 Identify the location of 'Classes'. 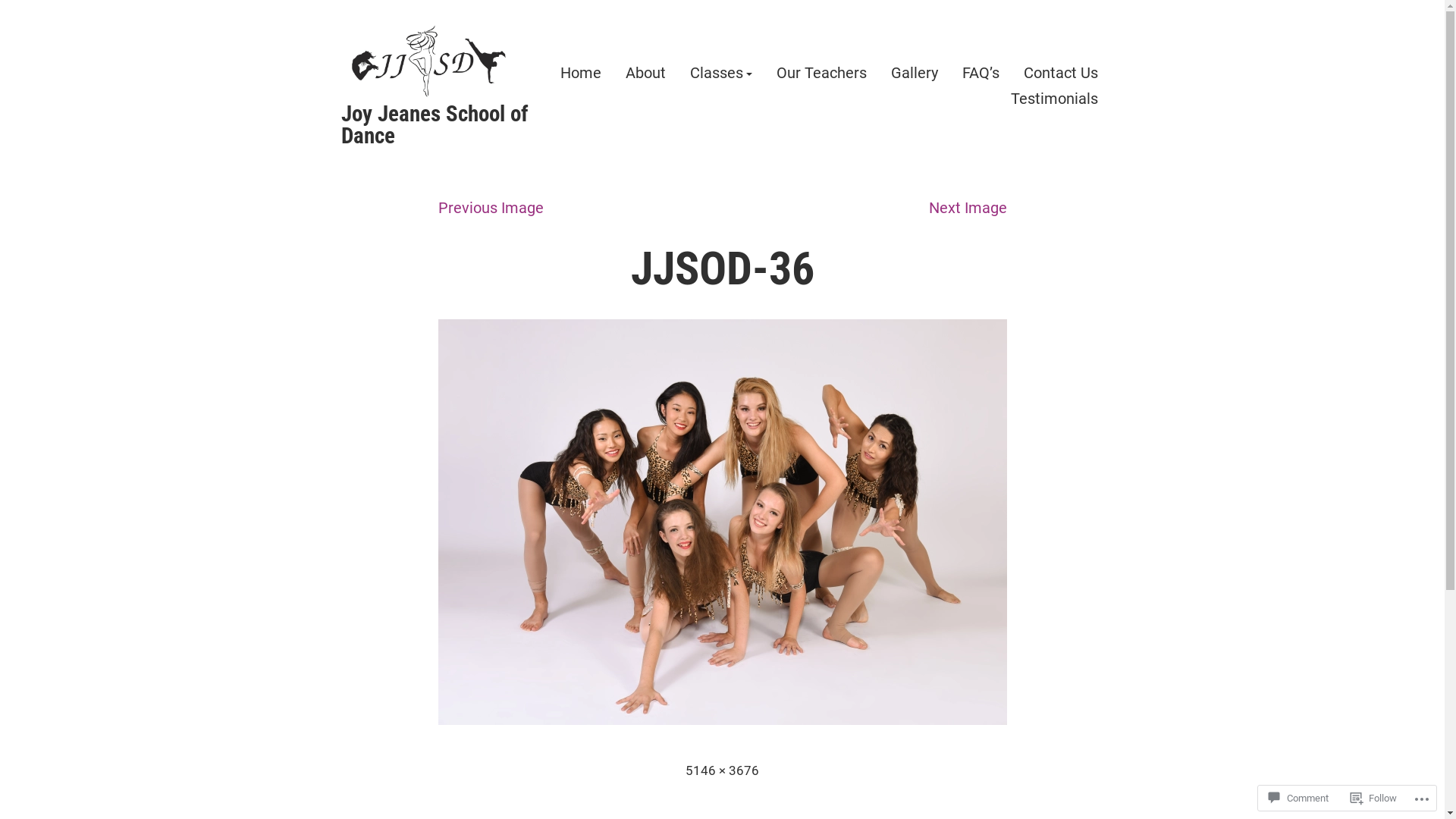
(720, 73).